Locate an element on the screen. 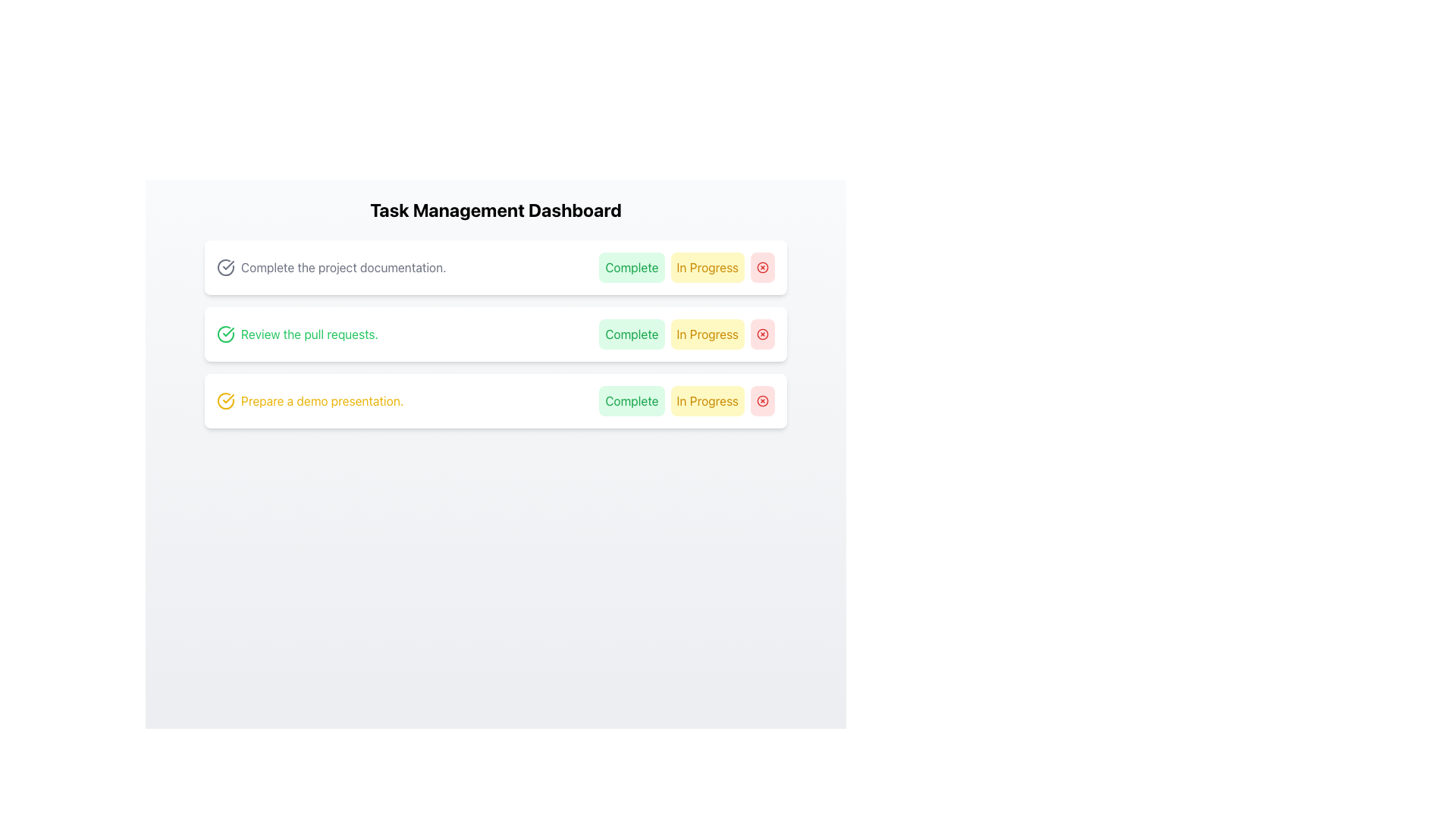 This screenshot has width=1456, height=819. the completion confirmation icon located to the left of the text 'Complete the project documentation.' in the first task row of the task management dashboard is located at coordinates (224, 267).